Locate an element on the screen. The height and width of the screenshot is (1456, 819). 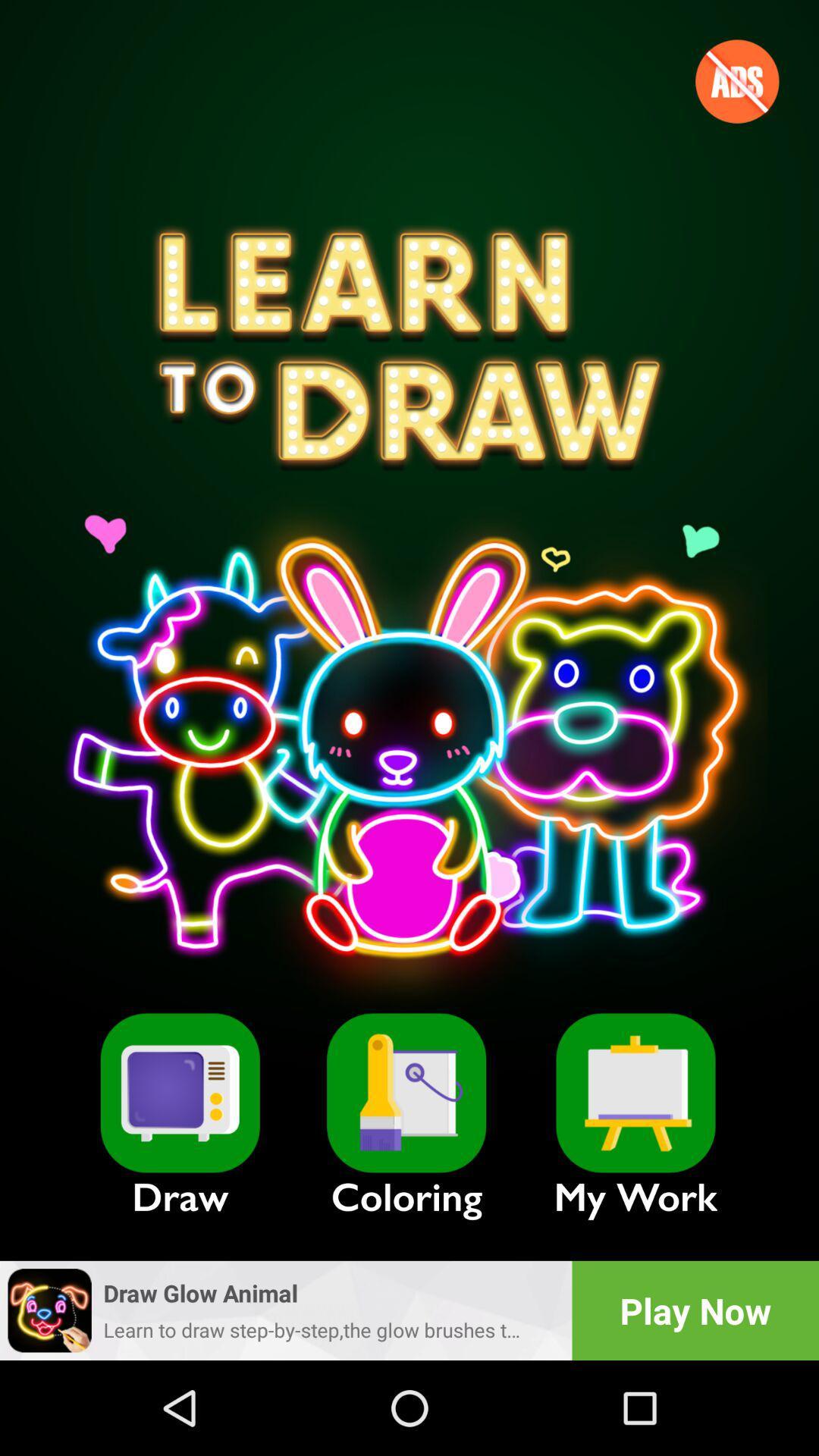
coloring option is located at coordinates (406, 1093).